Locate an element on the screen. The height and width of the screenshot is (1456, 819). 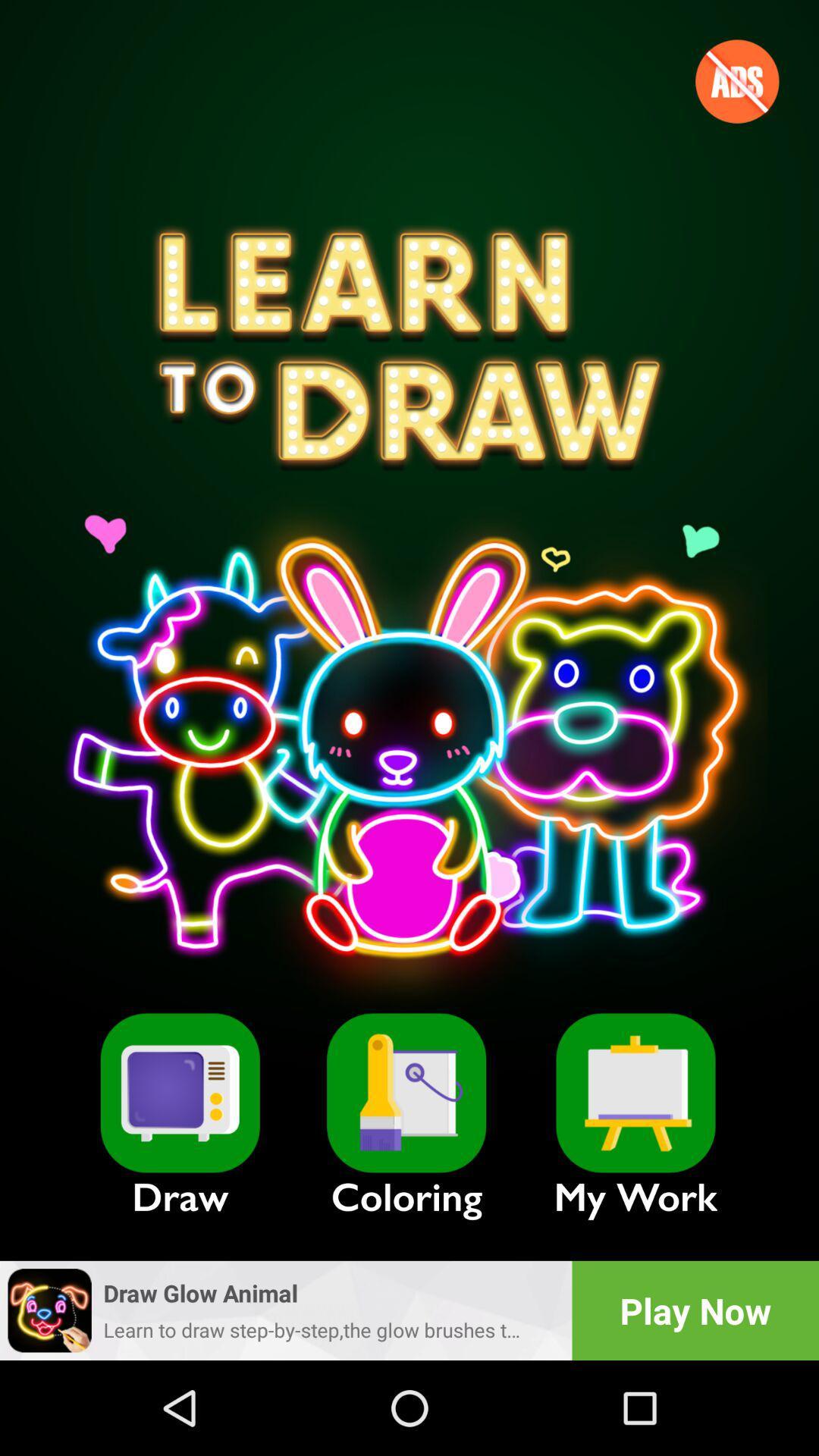
coloring option is located at coordinates (406, 1093).